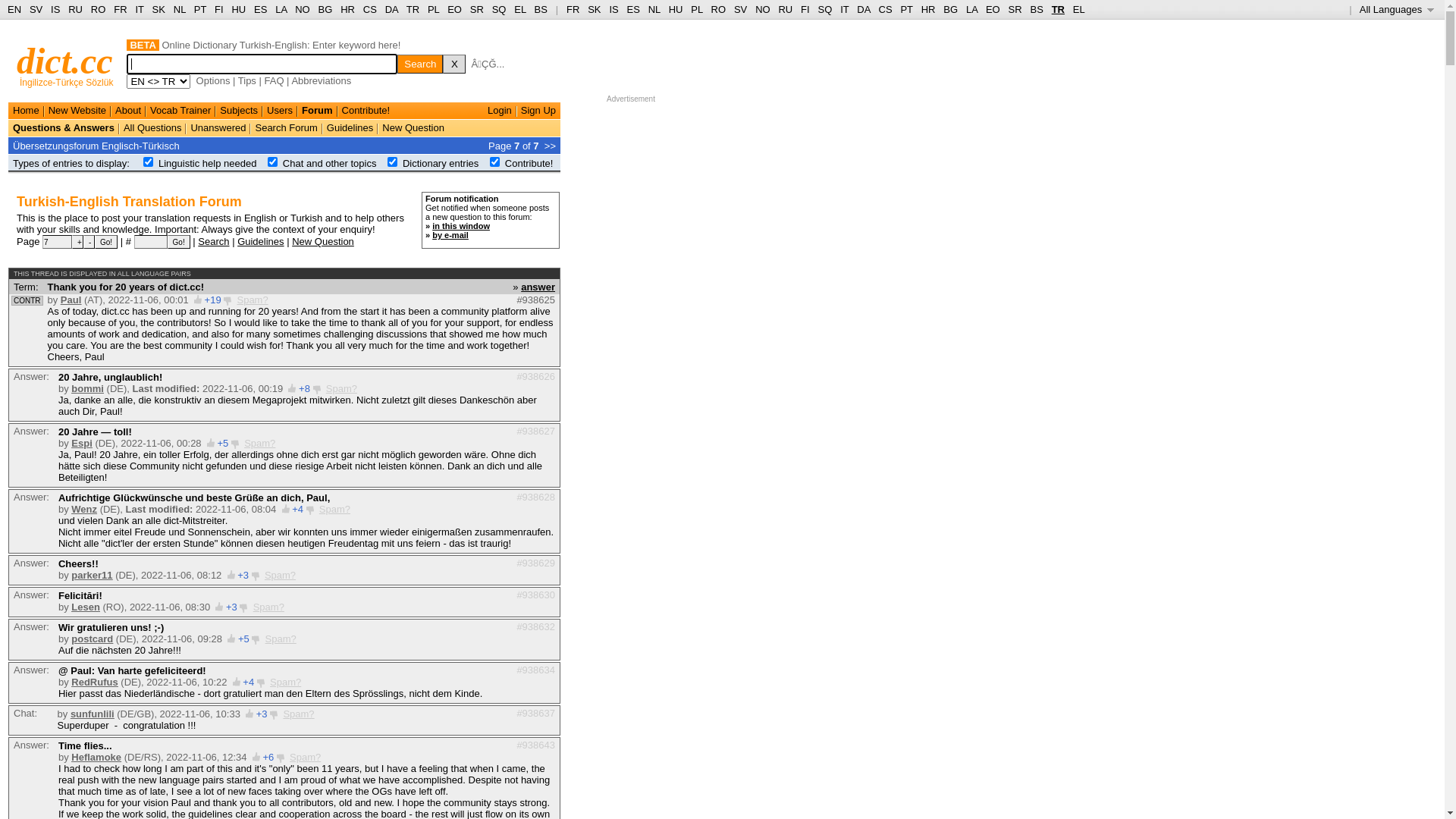  I want to click on 'PL', so click(695, 9).